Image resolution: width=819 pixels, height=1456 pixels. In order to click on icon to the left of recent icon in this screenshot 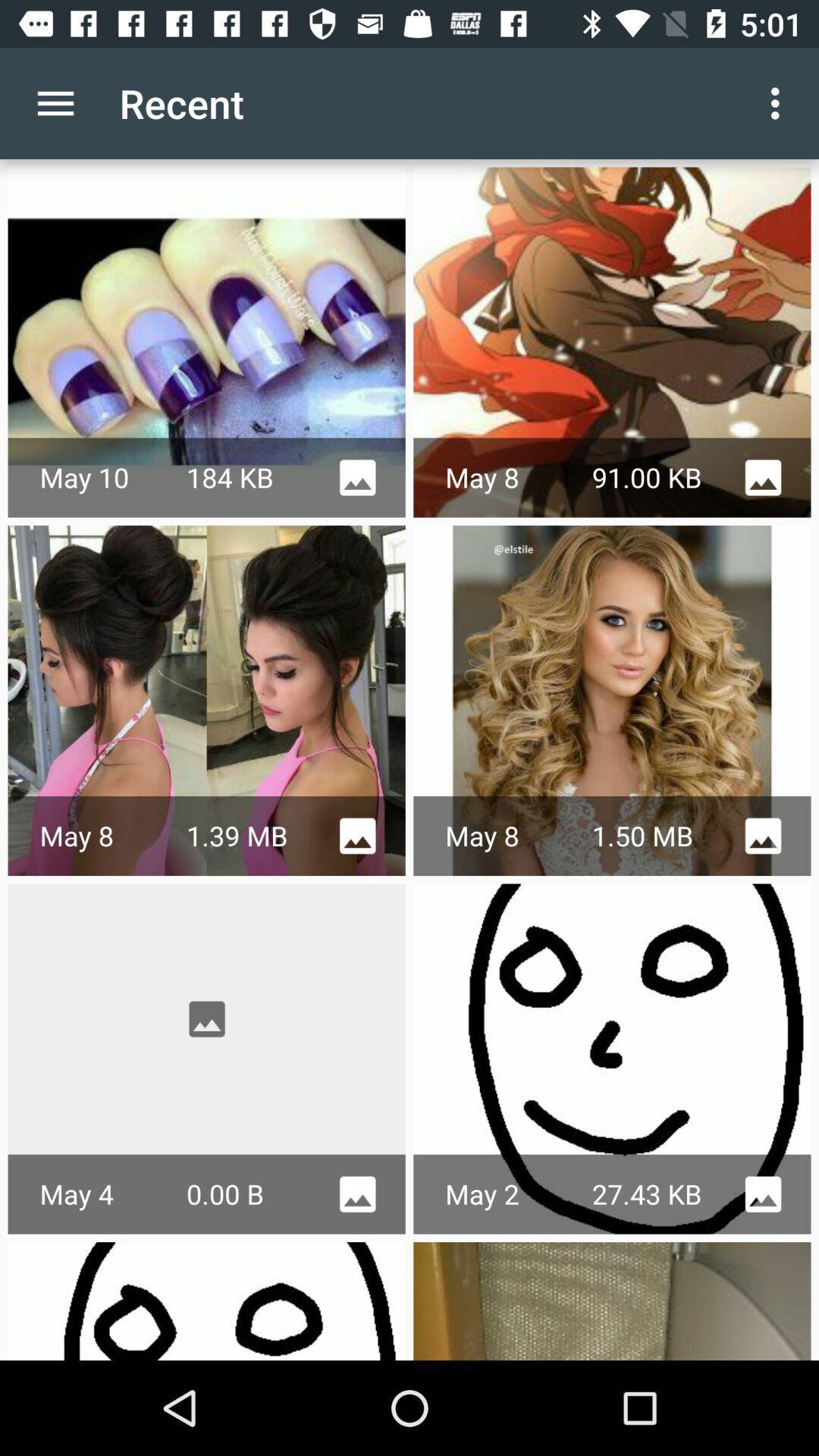, I will do `click(55, 102)`.